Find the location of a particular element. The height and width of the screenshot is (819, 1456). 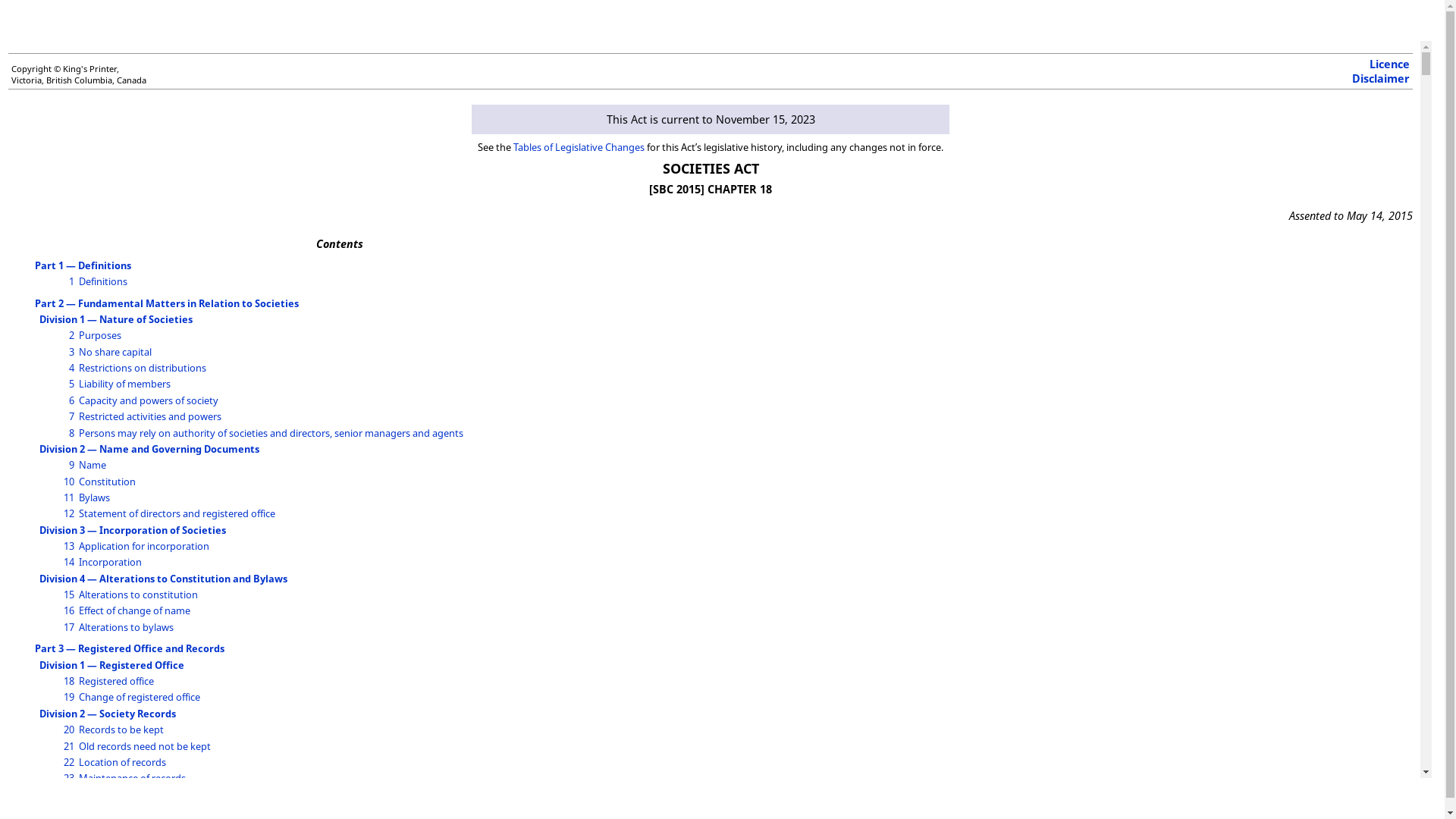

'Constitution' is located at coordinates (106, 482).